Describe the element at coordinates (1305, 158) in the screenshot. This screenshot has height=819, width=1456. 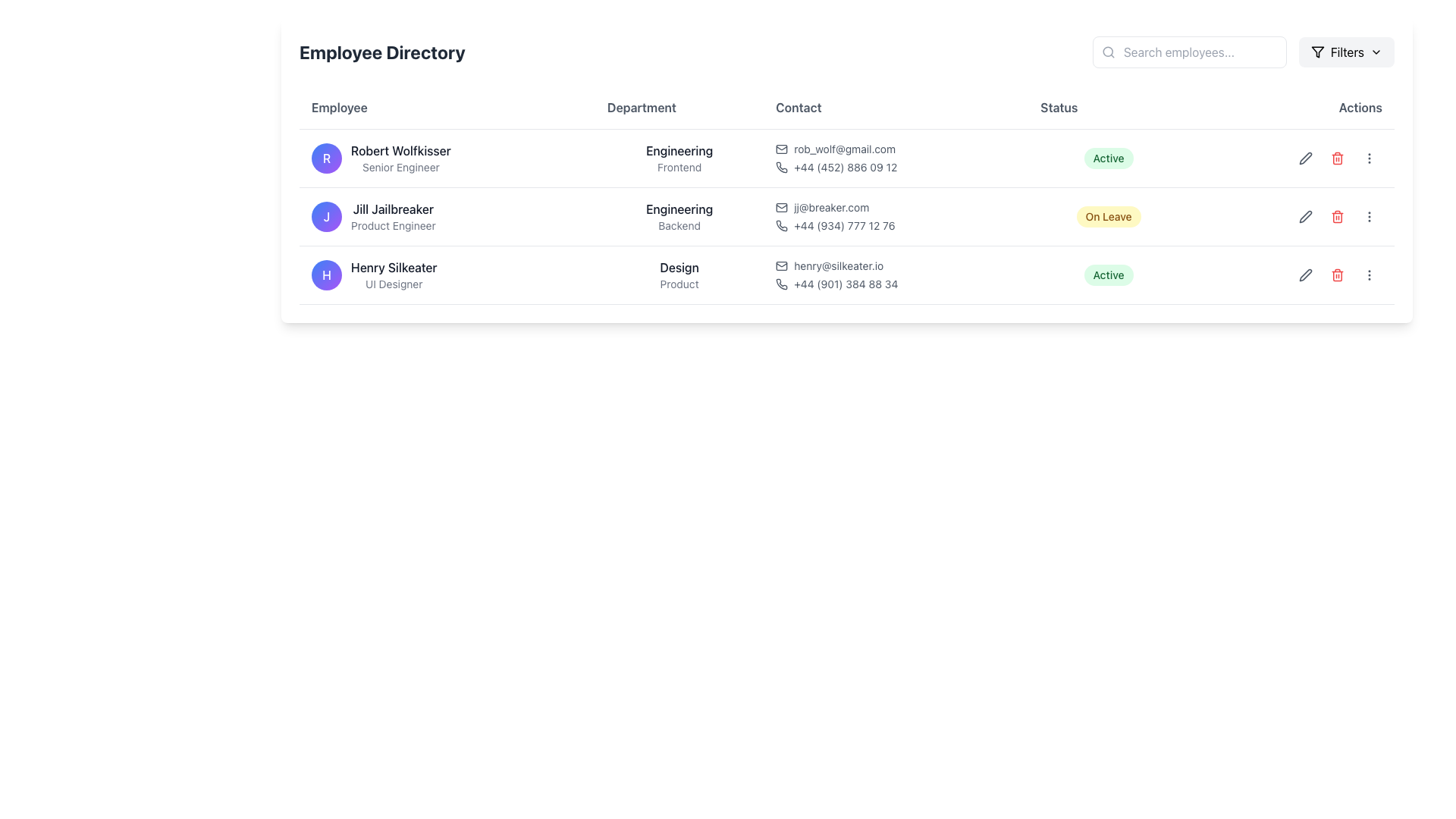
I see `the pen icon in the 'Actions' column of the second row in the employee directory table` at that location.